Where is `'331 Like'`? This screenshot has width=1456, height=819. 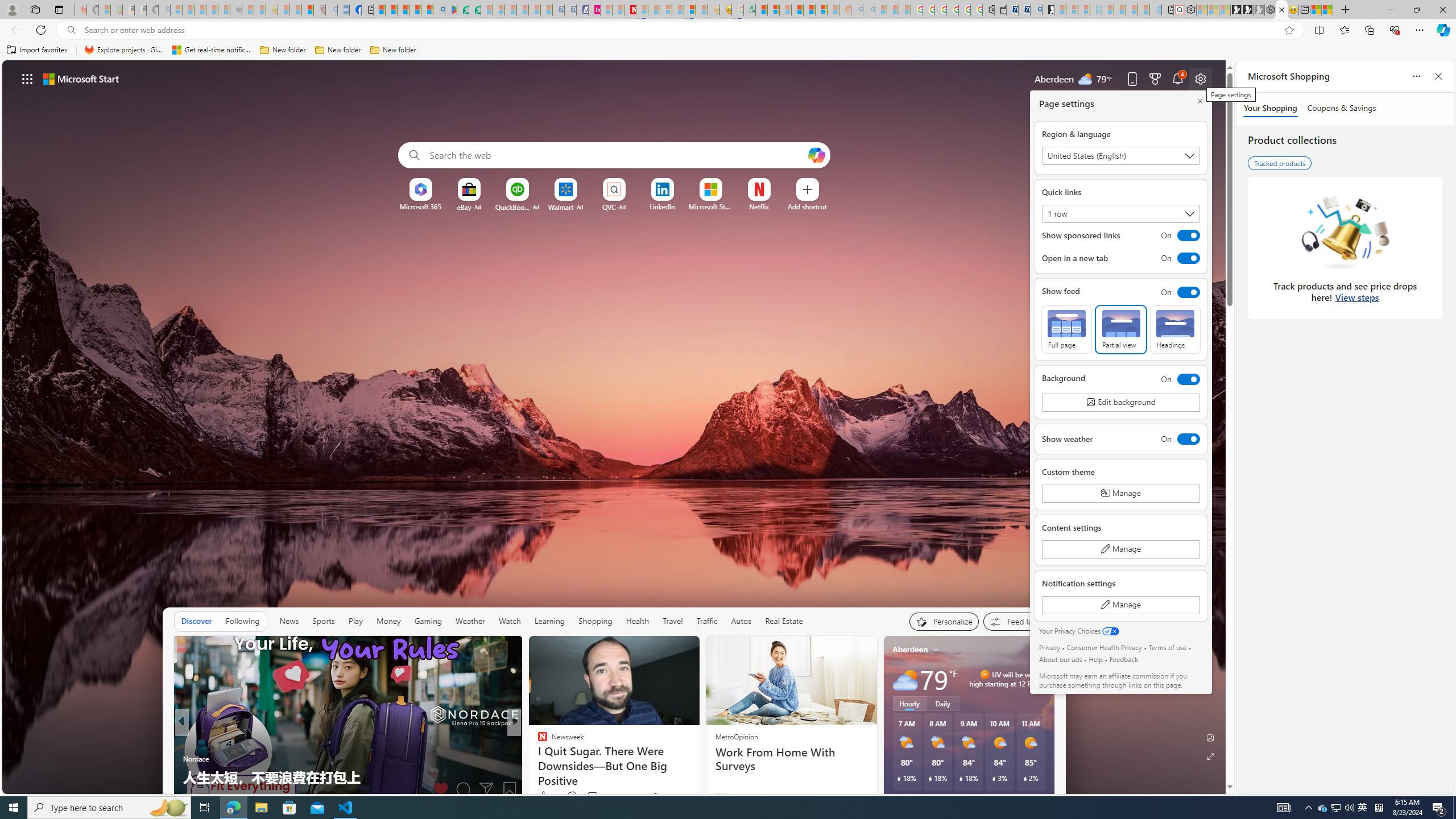
'331 Like' is located at coordinates (544, 797).